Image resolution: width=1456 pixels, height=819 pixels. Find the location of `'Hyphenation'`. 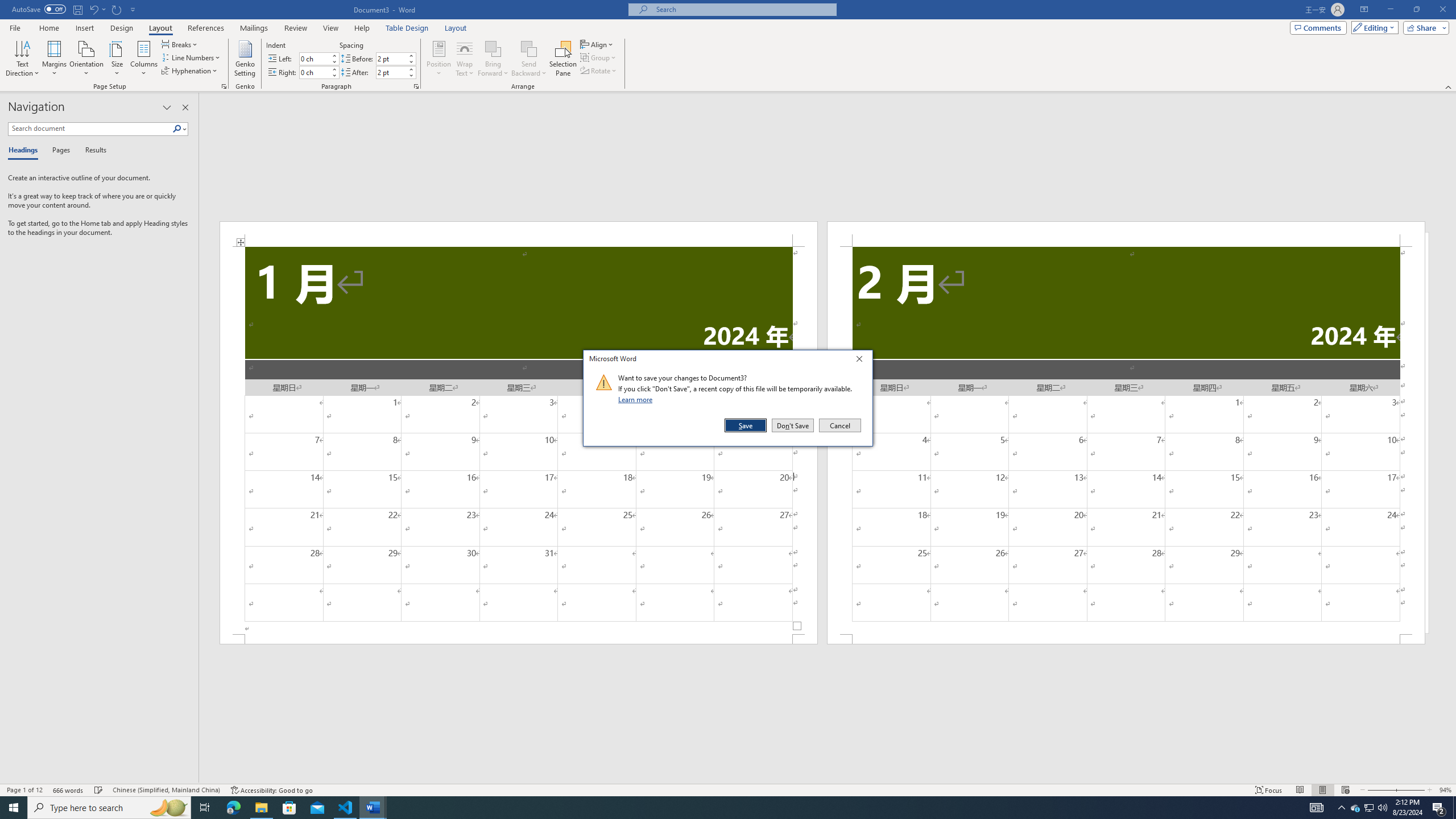

'Hyphenation' is located at coordinates (190, 69).